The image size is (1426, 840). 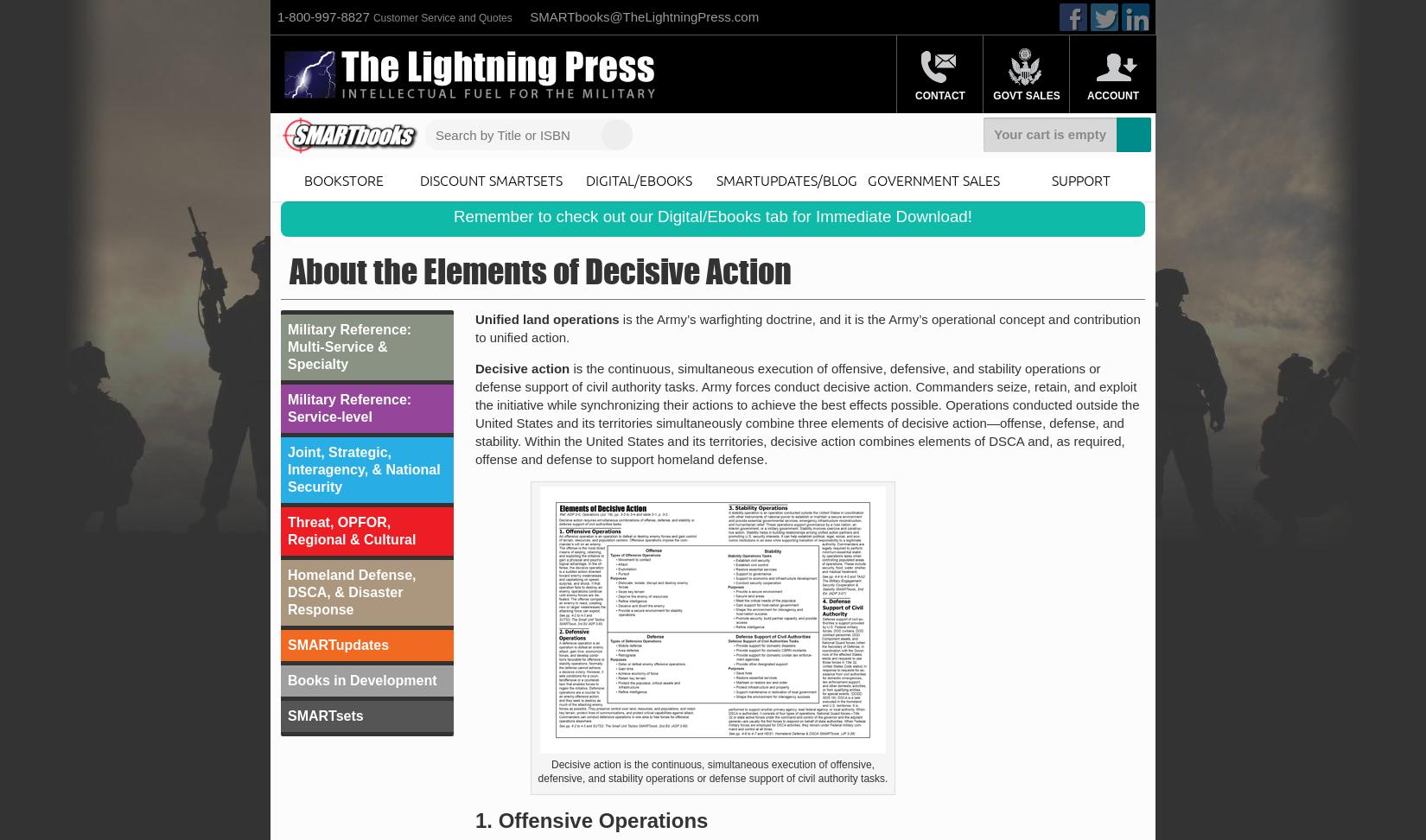 I want to click on 'Military Reference: Service-level', so click(x=349, y=407).